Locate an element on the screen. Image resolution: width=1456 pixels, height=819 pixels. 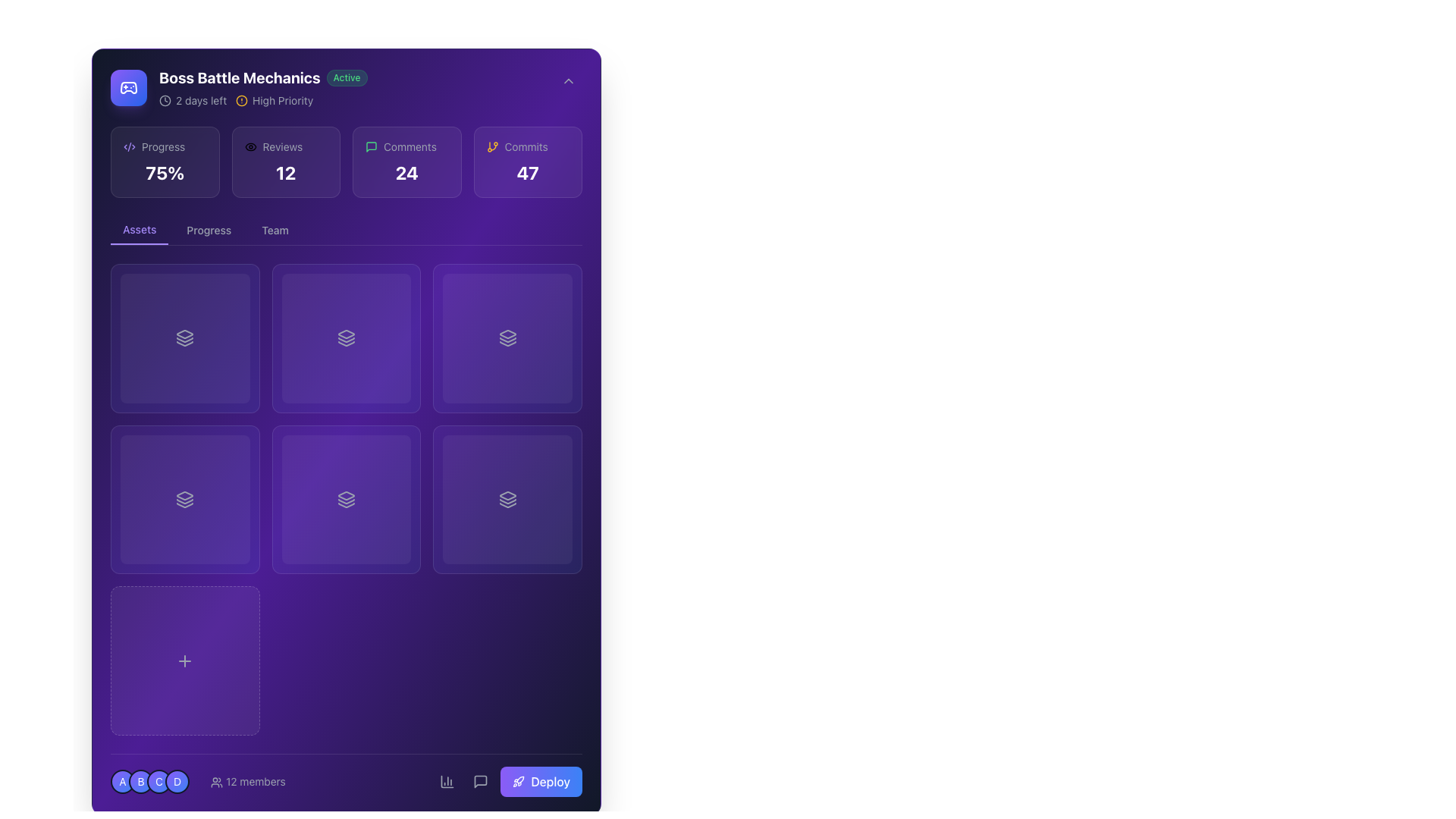
the icon representing layers or stacks located in the second card of the second row in the grid layout for information is located at coordinates (345, 339).